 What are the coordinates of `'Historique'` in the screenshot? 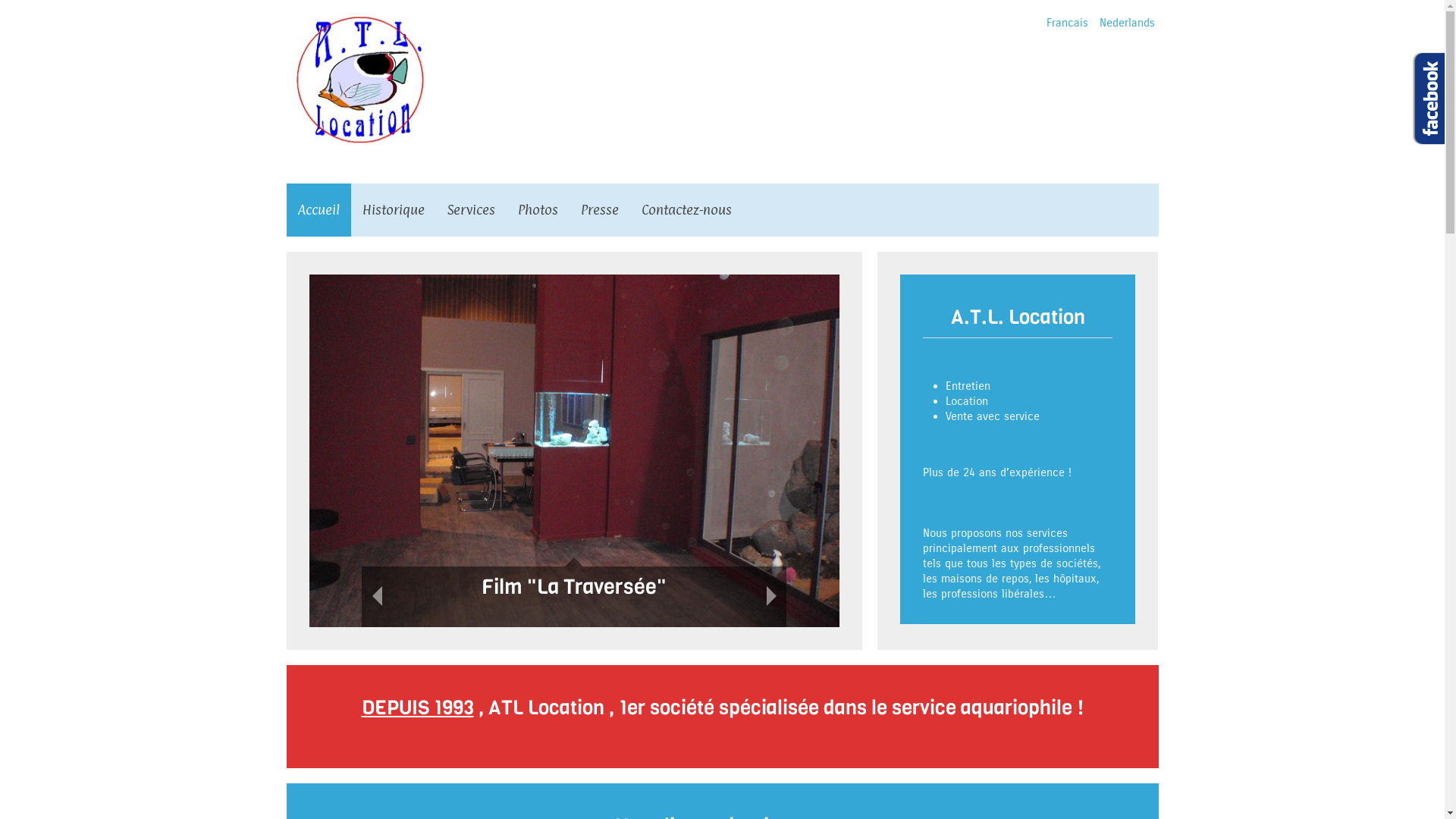 It's located at (393, 210).